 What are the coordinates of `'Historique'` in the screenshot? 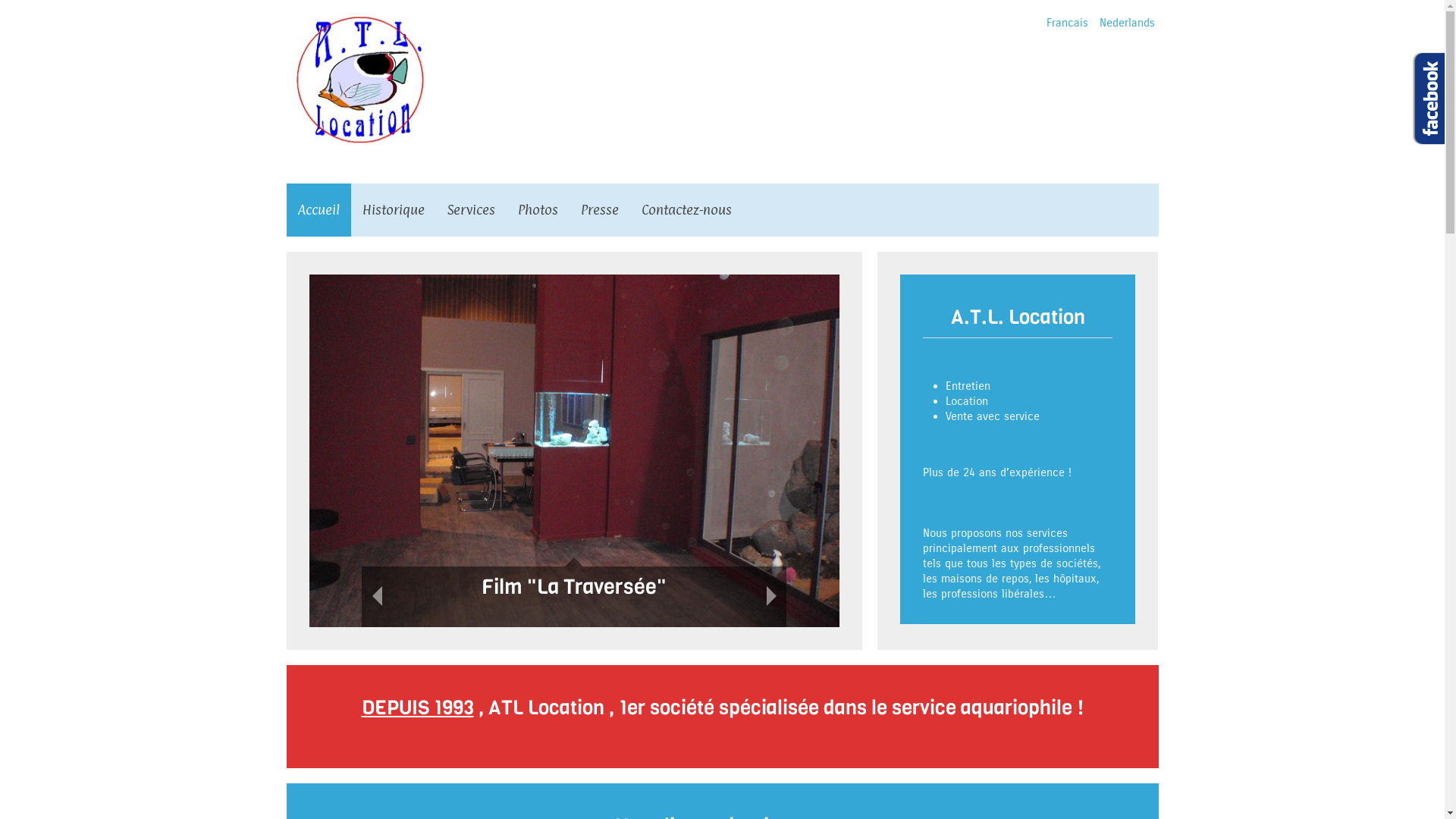 It's located at (393, 210).